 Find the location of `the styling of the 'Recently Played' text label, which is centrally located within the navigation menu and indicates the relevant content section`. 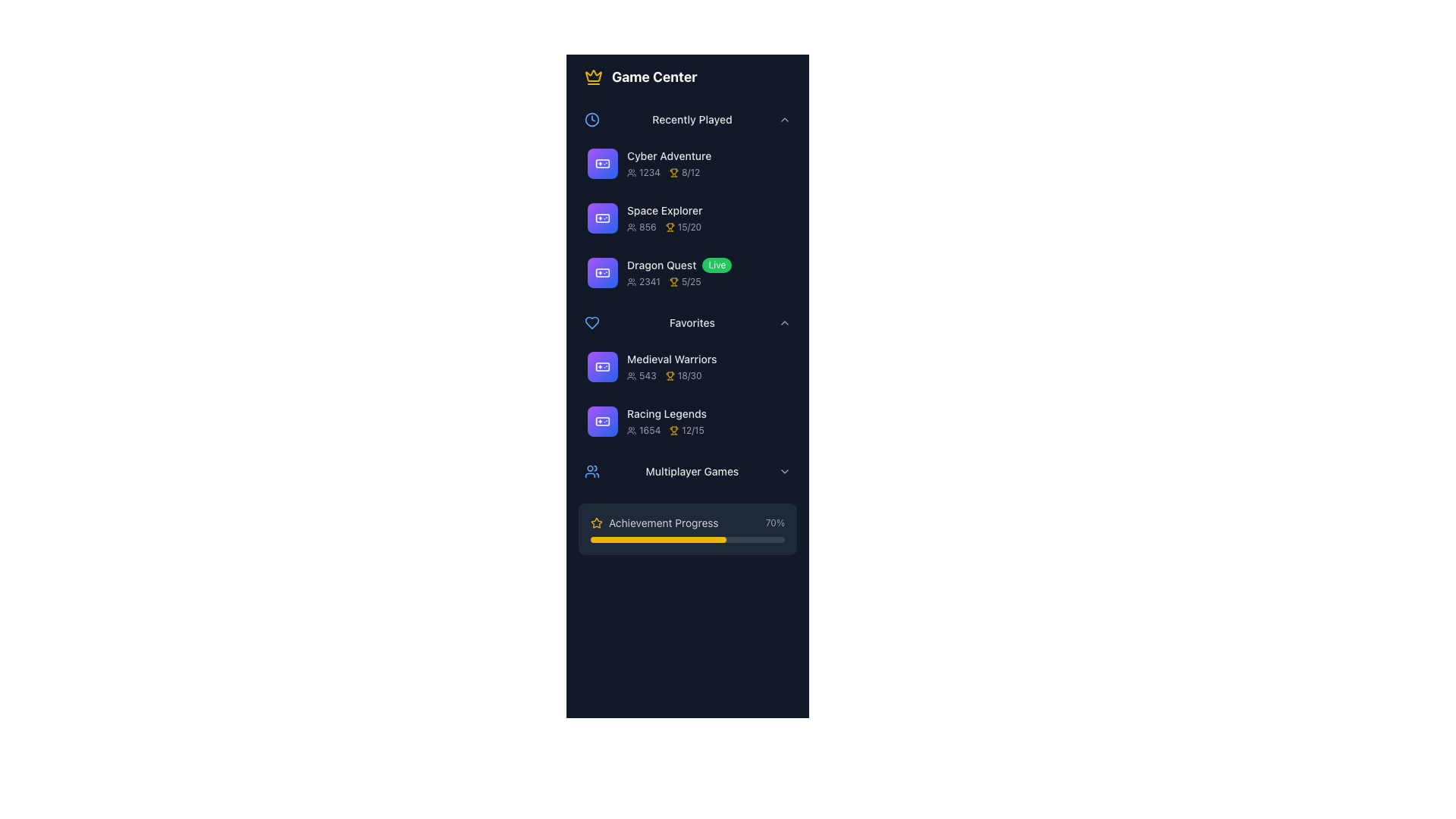

the styling of the 'Recently Played' text label, which is centrally located within the navigation menu and indicates the relevant content section is located at coordinates (691, 119).